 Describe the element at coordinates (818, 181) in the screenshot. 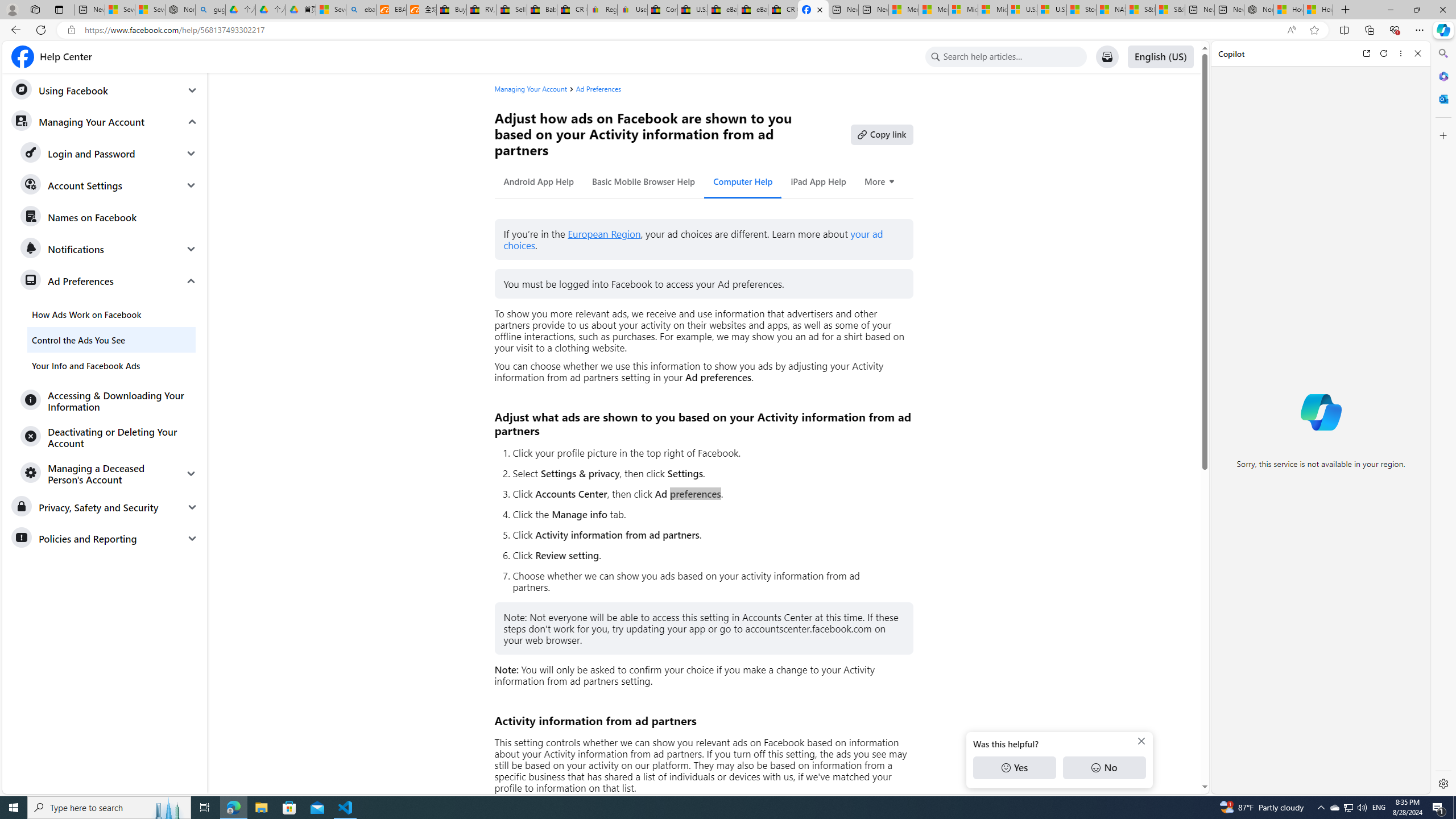

I see `'iPad App Help'` at that location.